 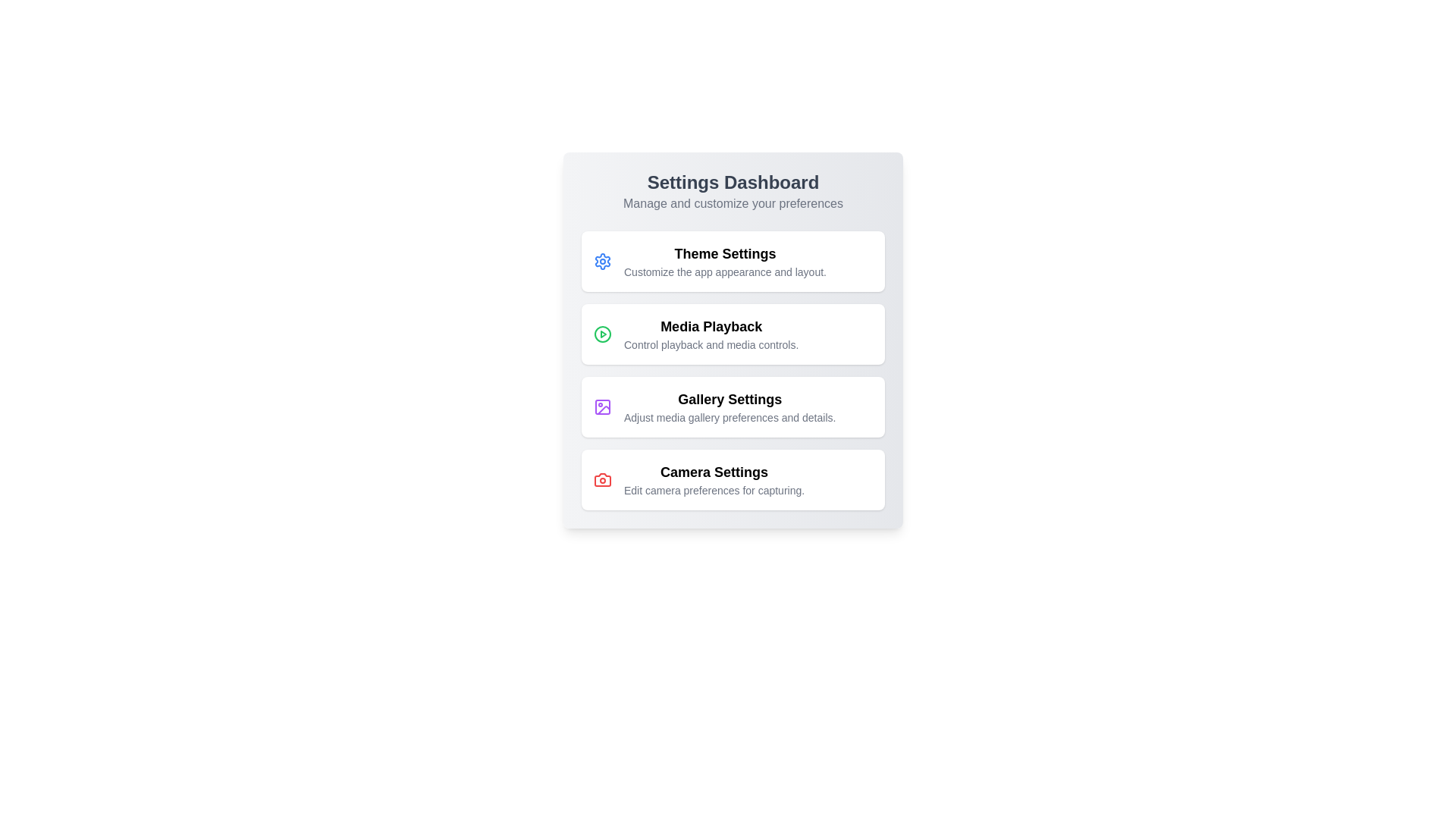 What do you see at coordinates (730, 399) in the screenshot?
I see `the 'Gallery Settings' text label, which is styled as a bold and larger font title within the settings list` at bounding box center [730, 399].